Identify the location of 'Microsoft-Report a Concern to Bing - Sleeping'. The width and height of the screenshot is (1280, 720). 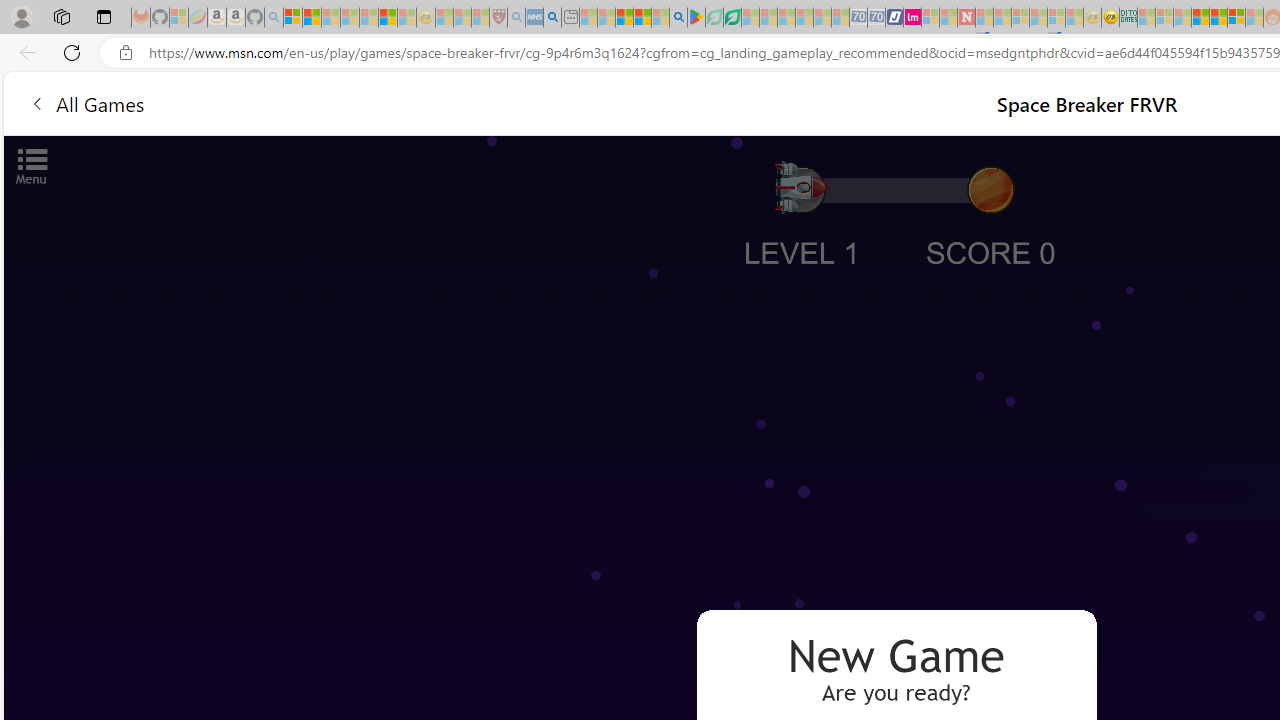
(179, 17).